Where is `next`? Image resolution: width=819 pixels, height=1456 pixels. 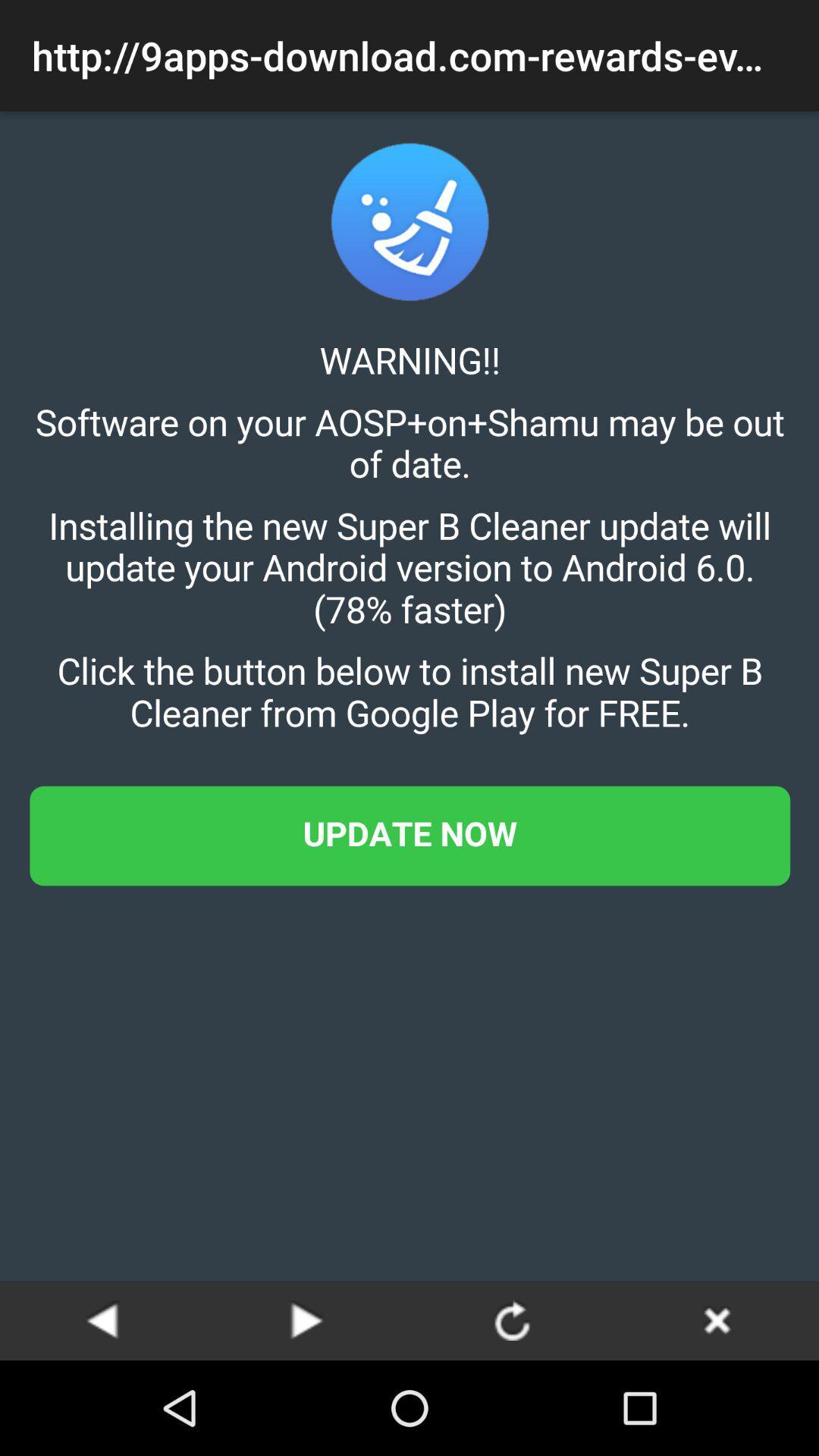
next is located at coordinates (307, 1319).